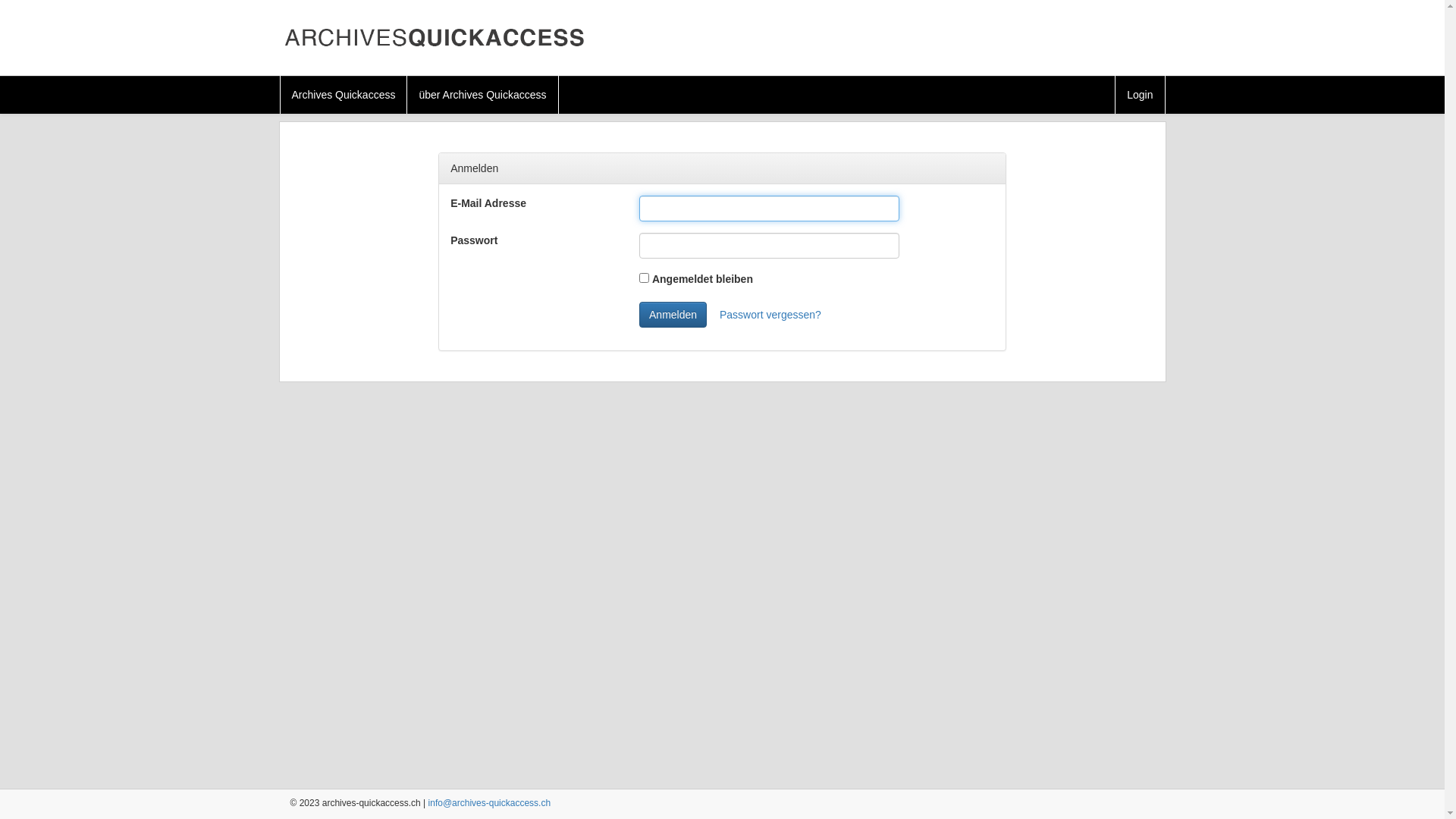  Describe the element at coordinates (770, 314) in the screenshot. I see `'Passwort vergessen?'` at that location.